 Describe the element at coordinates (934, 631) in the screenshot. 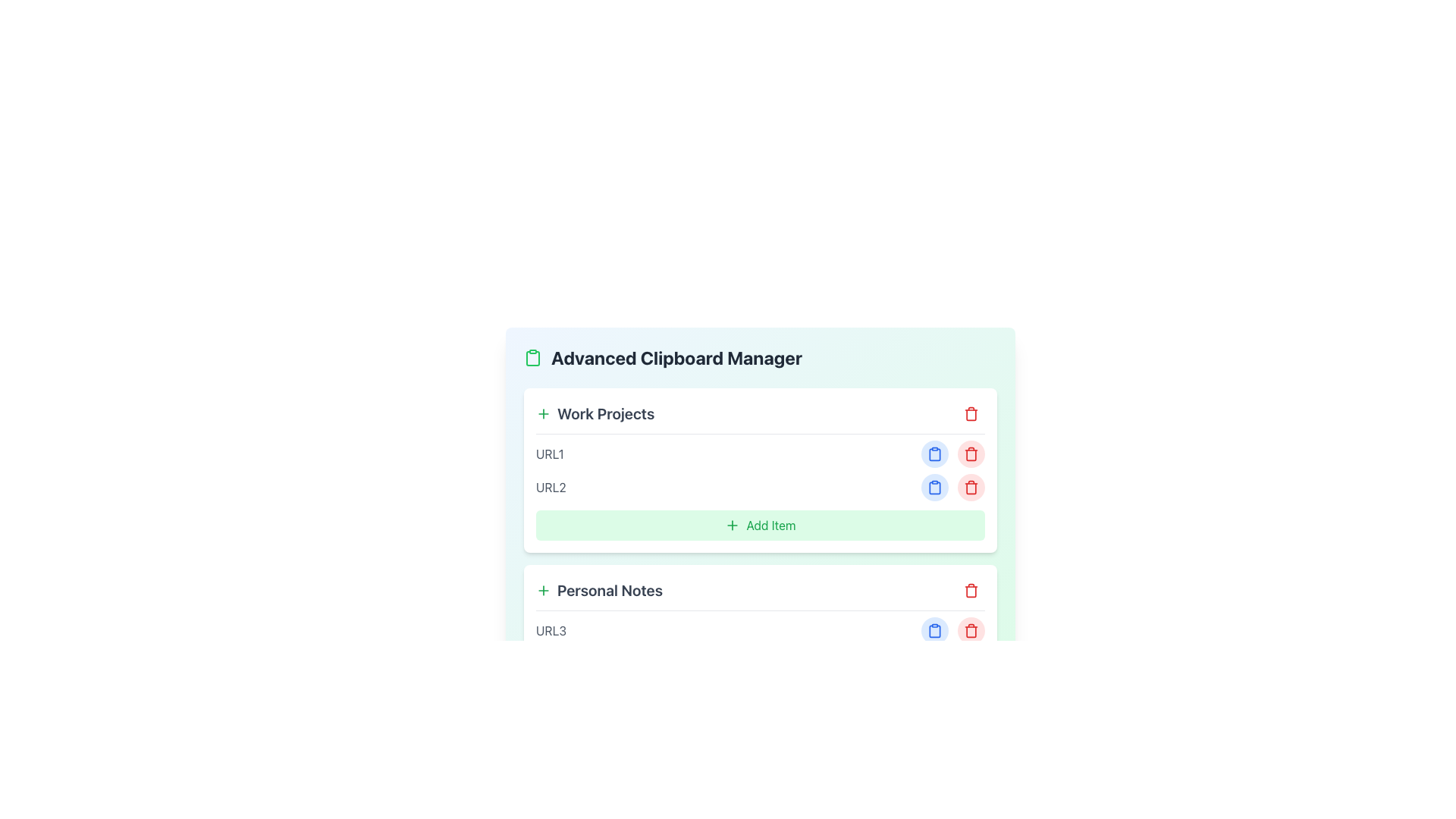

I see `the circular blue button with a clipboard icon to copy content` at that location.